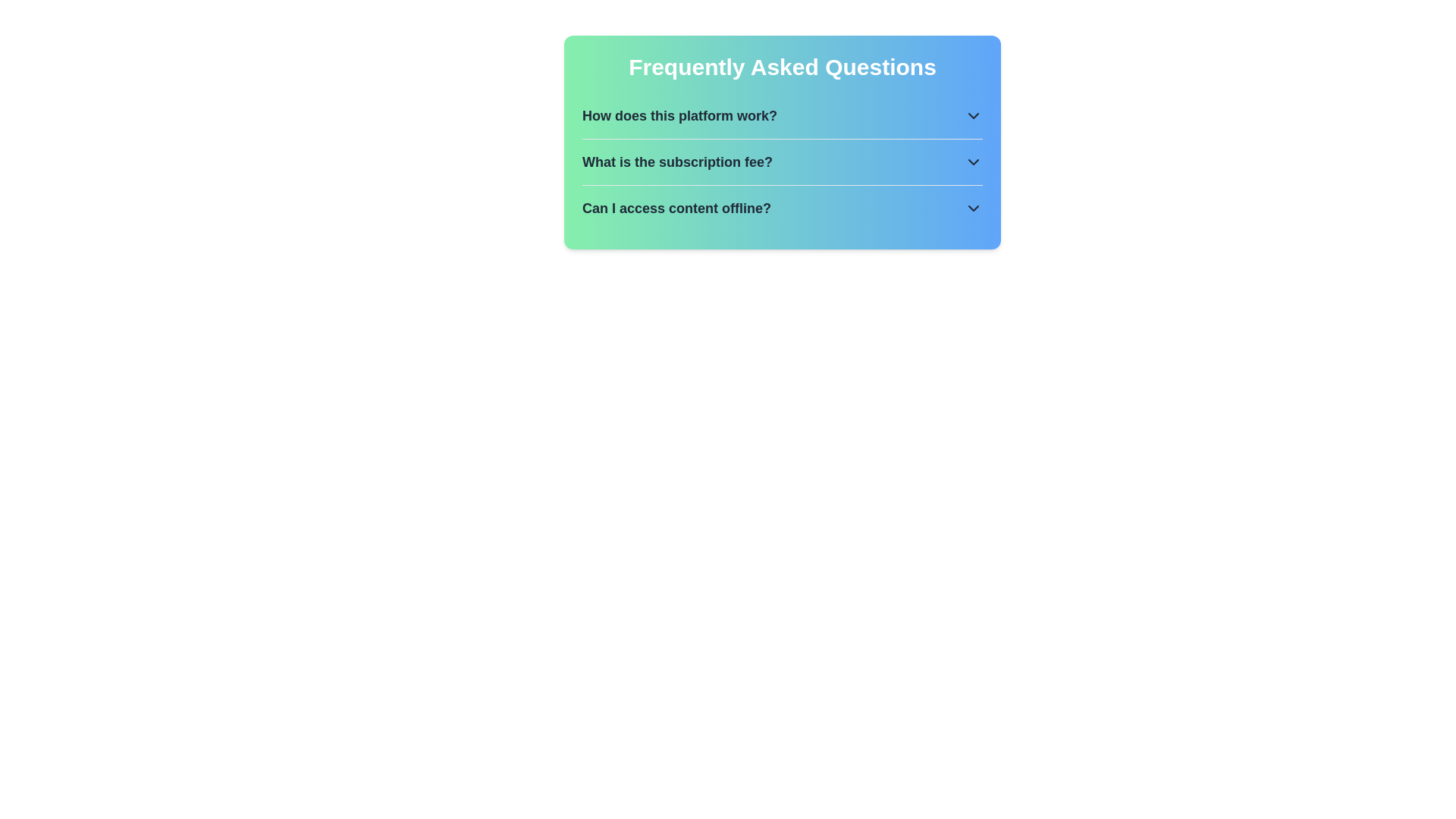  I want to click on the text label that reads 'What is the subscription fee?' located in the FAQ section for emphasis, so click(676, 162).